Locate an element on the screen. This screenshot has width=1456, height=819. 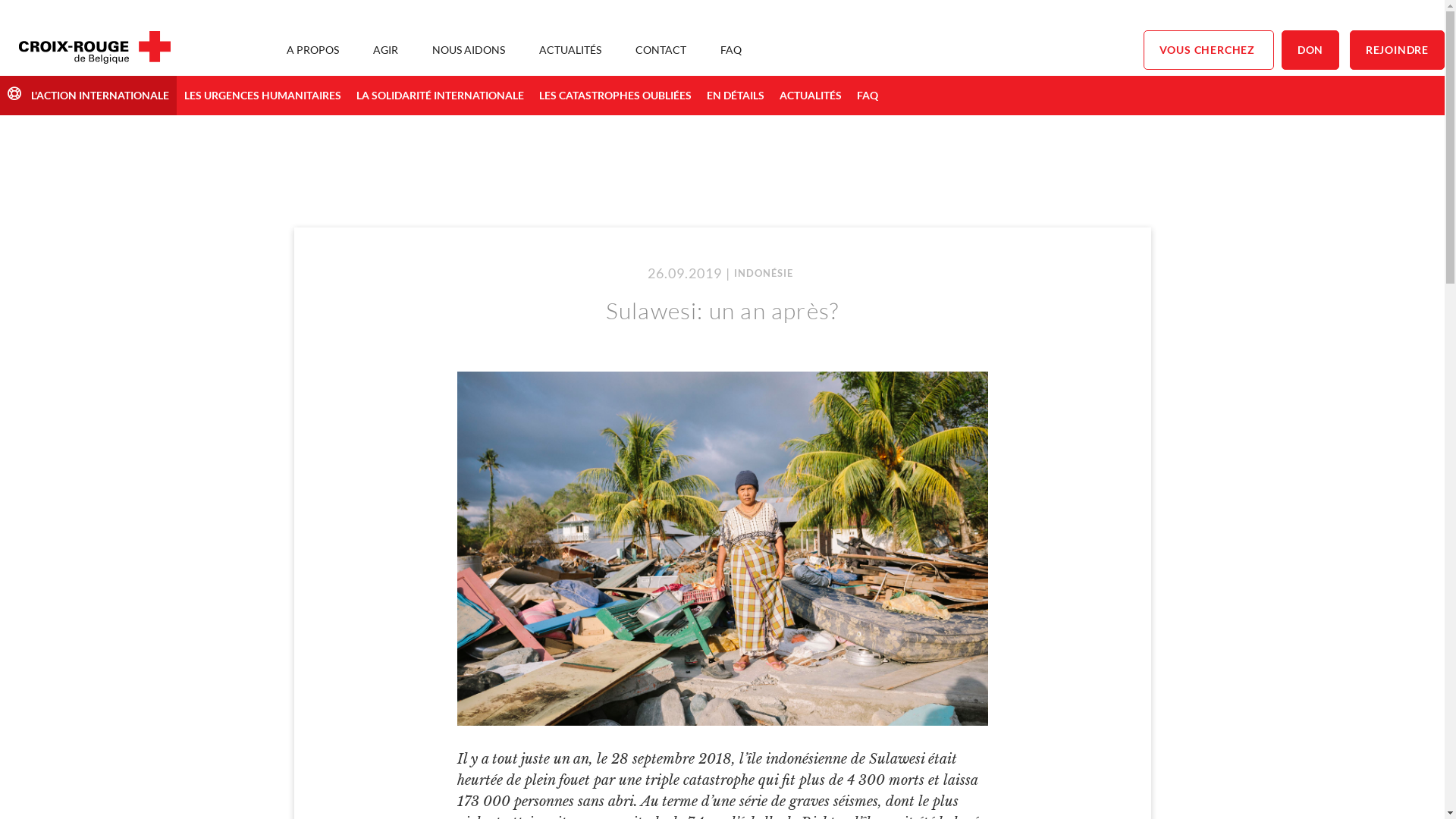
'REJOINDRE' is located at coordinates (1396, 49).